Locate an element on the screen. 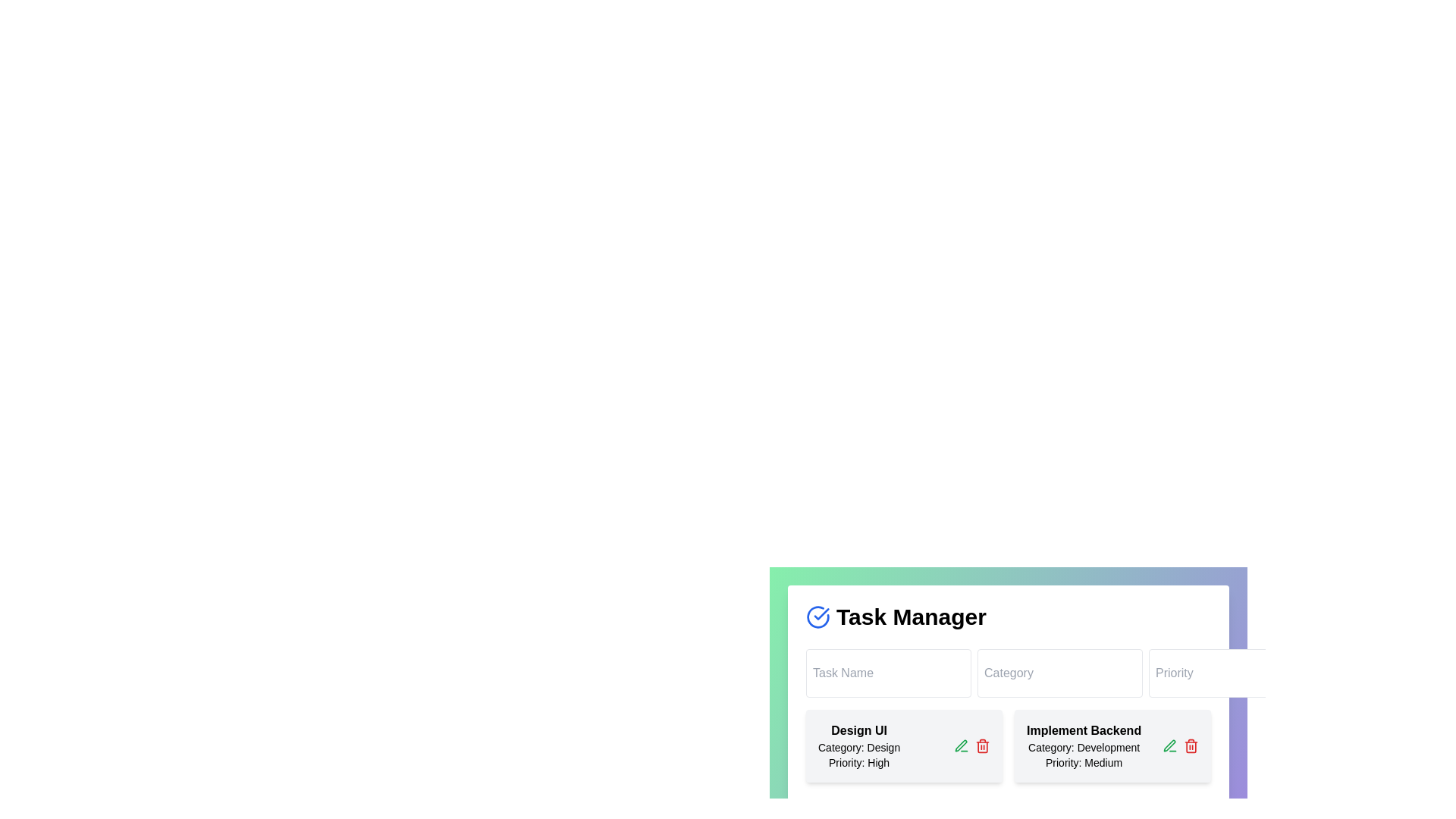 This screenshot has height=819, width=1456. the text block titled 'Implement Backend', which includes 'Category: Development' and 'Priority: Medium', located within a card under the 'Task Manager' header is located at coordinates (1083, 745).